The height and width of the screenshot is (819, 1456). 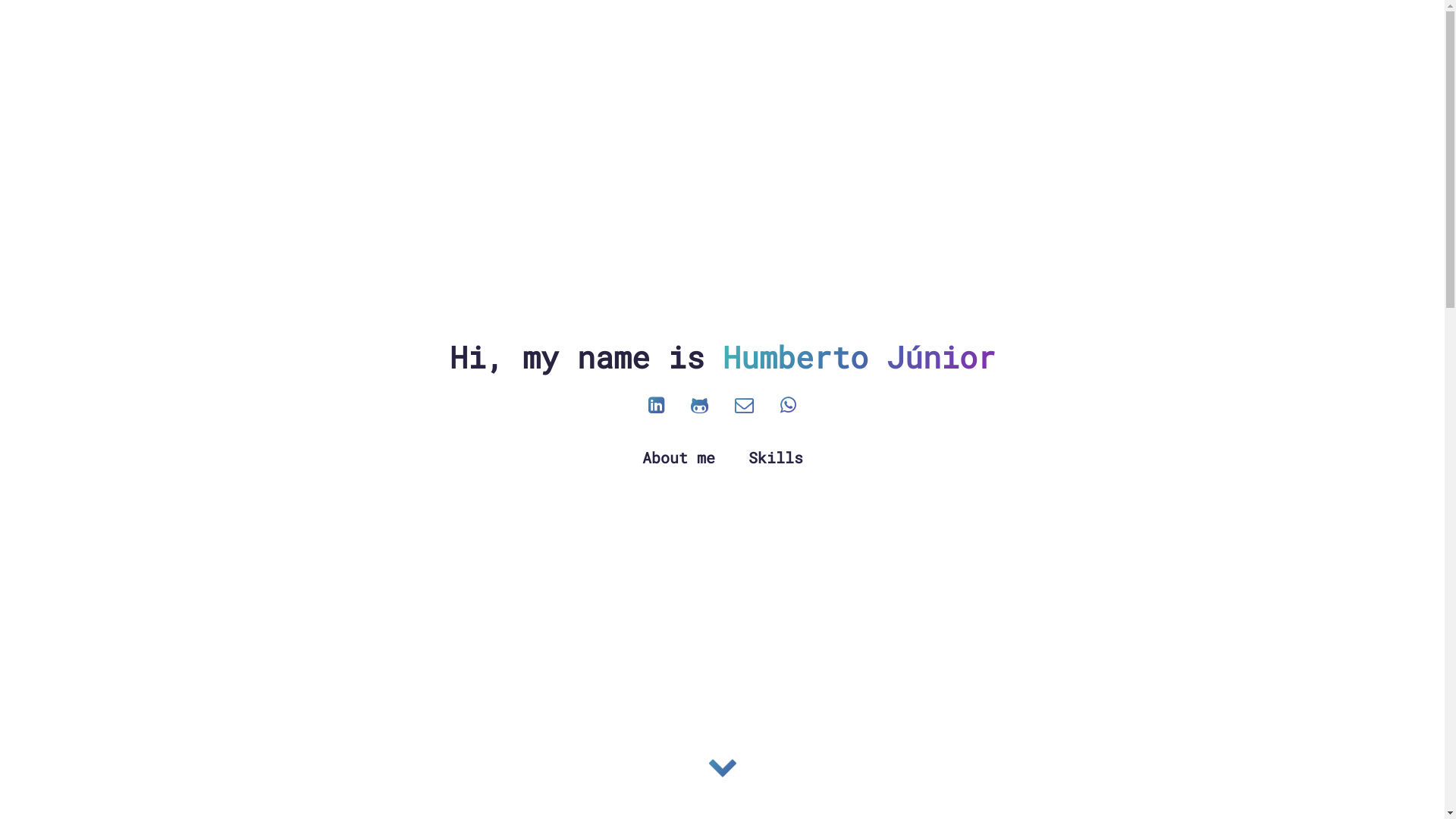 I want to click on 'About me', so click(x=641, y=456).